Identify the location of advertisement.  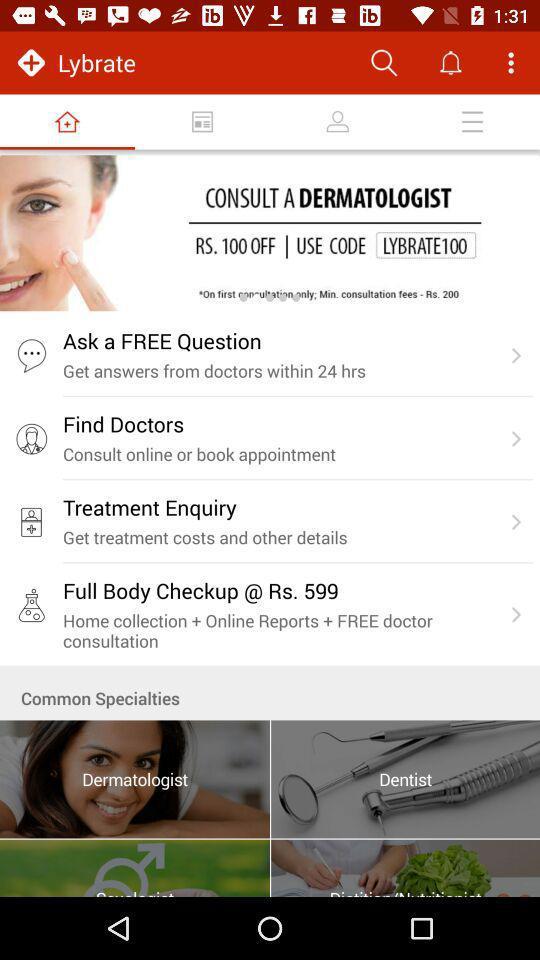
(270, 233).